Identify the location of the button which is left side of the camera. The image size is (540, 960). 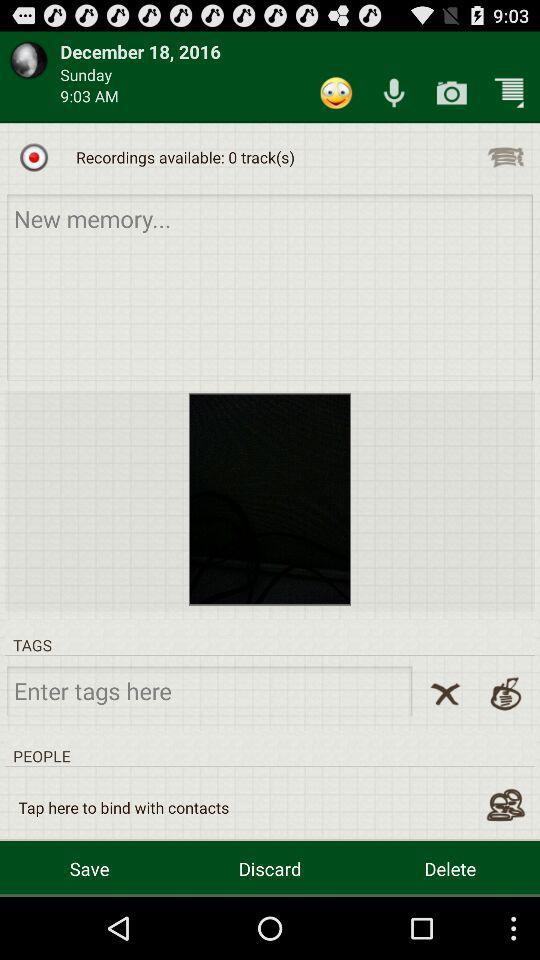
(393, 93).